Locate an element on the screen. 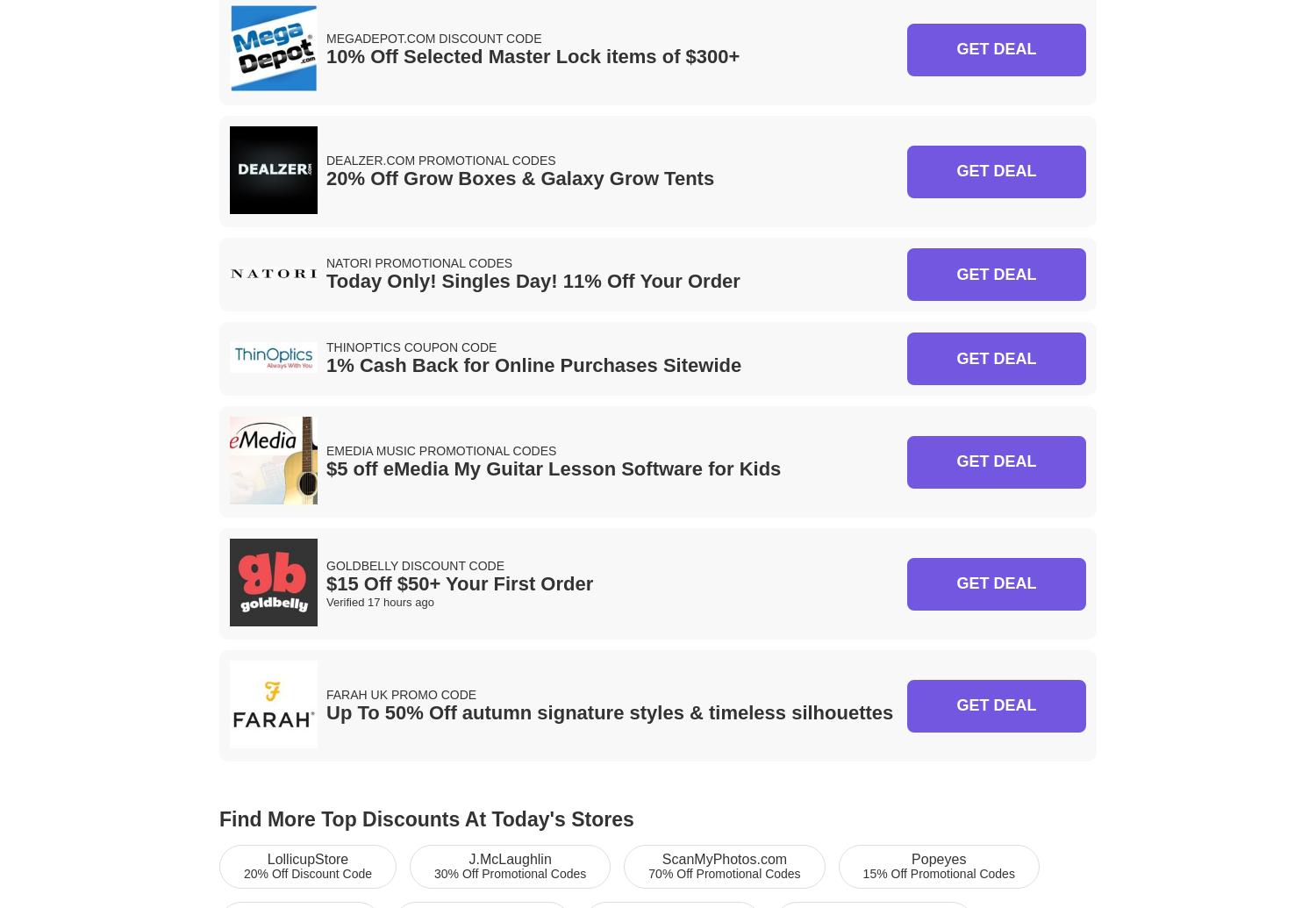 The width and height of the screenshot is (1316, 908). 'Today Only! Singles Day! 11% Off Your Order' is located at coordinates (532, 281).